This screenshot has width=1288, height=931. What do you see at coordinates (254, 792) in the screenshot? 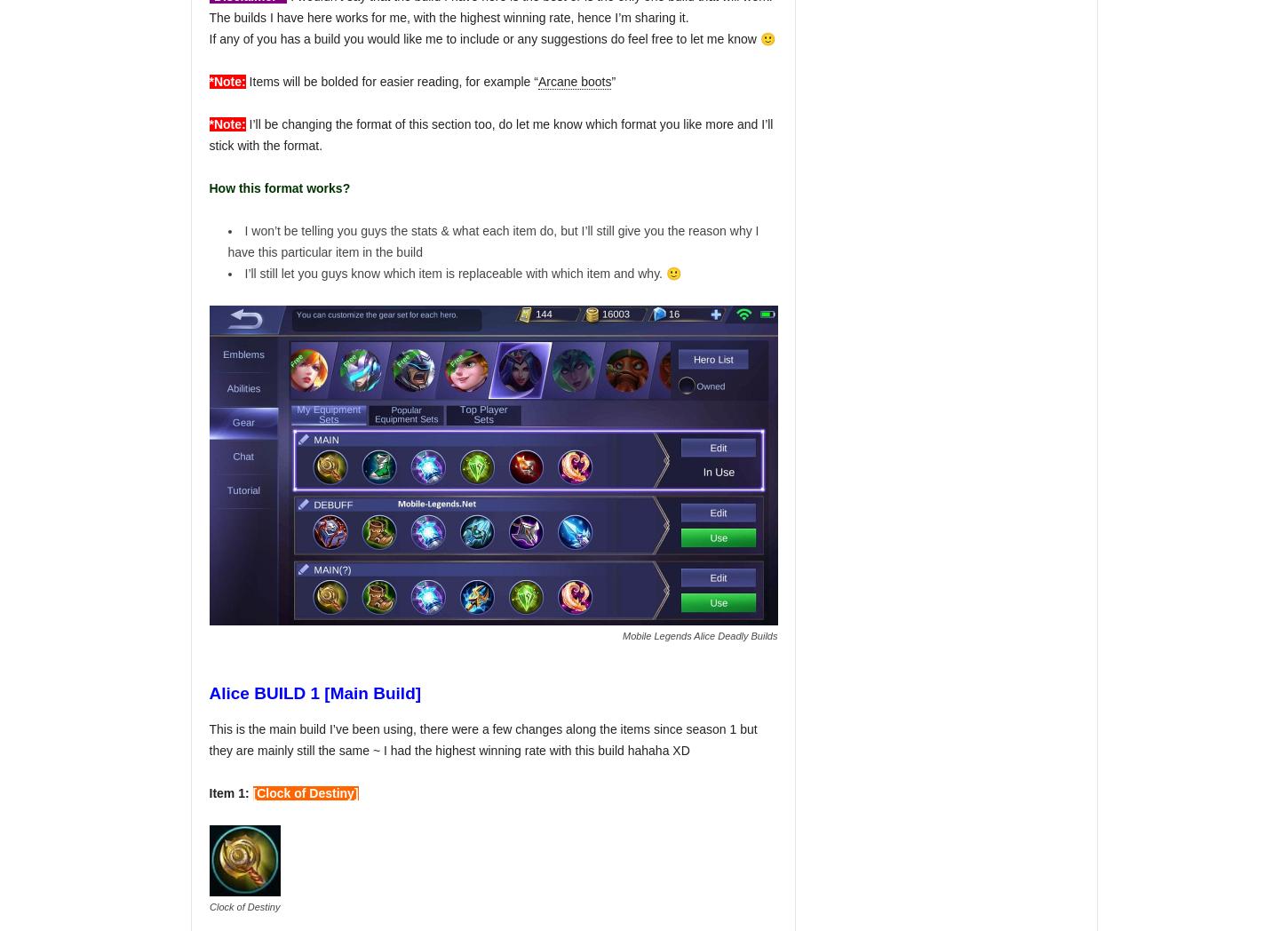
I see `'['` at bounding box center [254, 792].